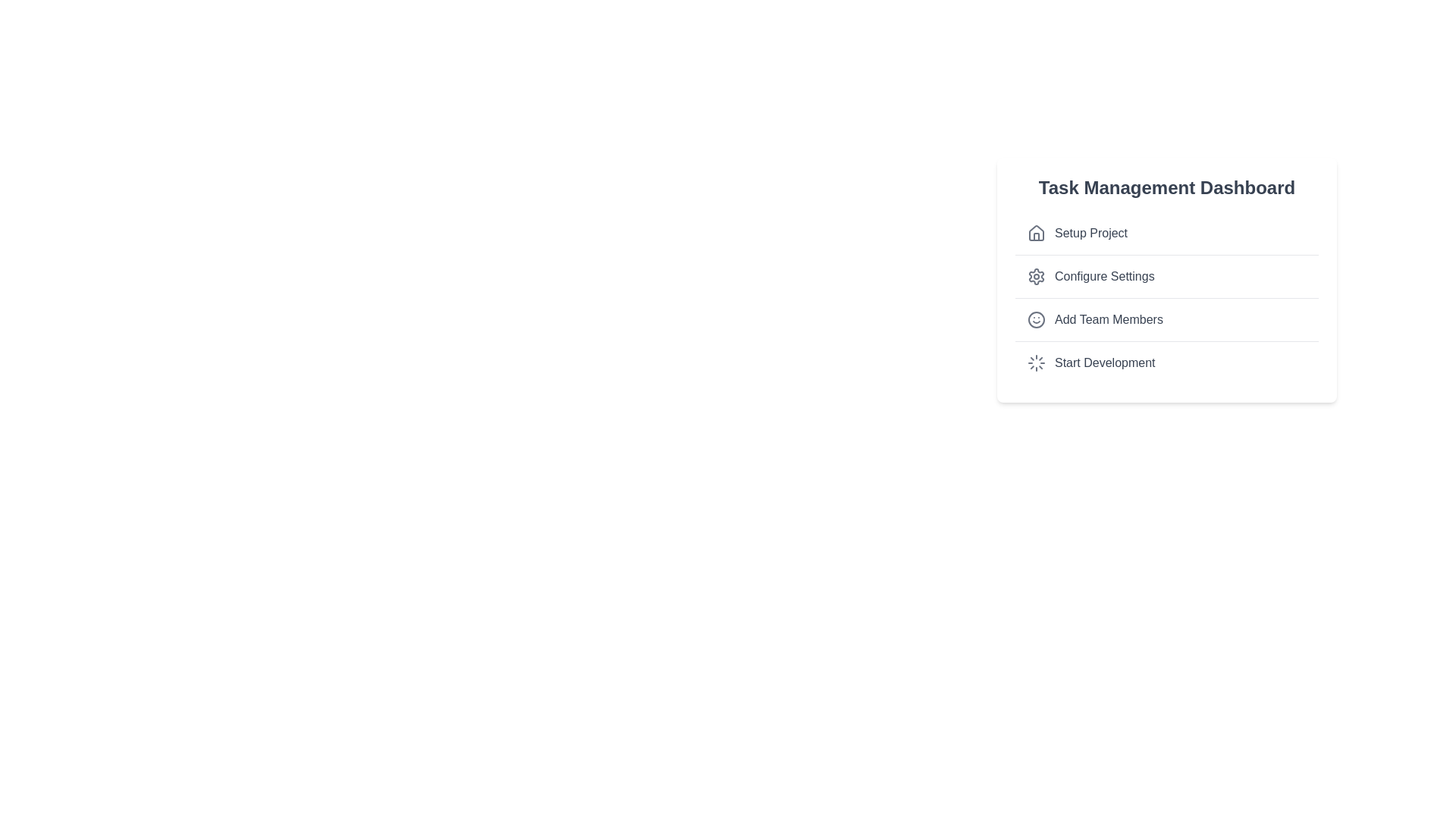 The image size is (1456, 819). What do you see at coordinates (1036, 318) in the screenshot?
I see `the circular outline within the smiling face icon, which is the third item in the vertical list on the Task Management Dashboard` at bounding box center [1036, 318].